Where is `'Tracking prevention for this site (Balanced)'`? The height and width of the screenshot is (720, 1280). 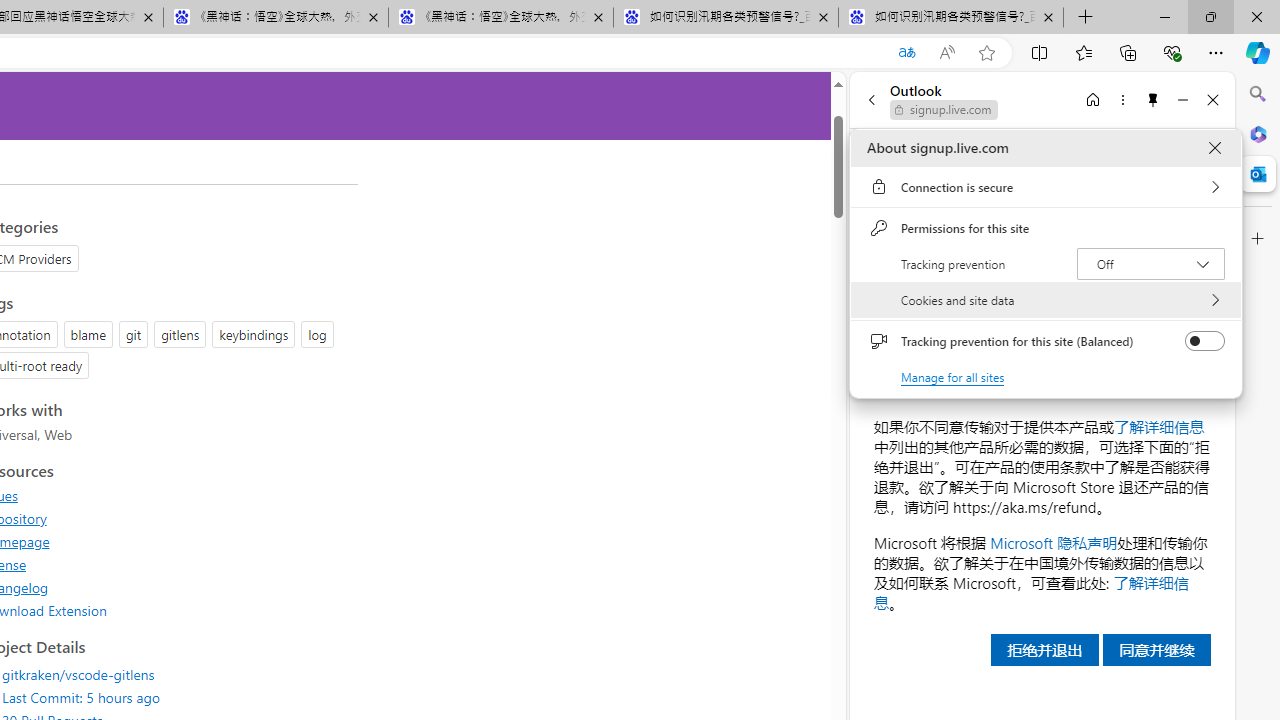
'Tracking prevention for this site (Balanced)' is located at coordinates (1204, 340).